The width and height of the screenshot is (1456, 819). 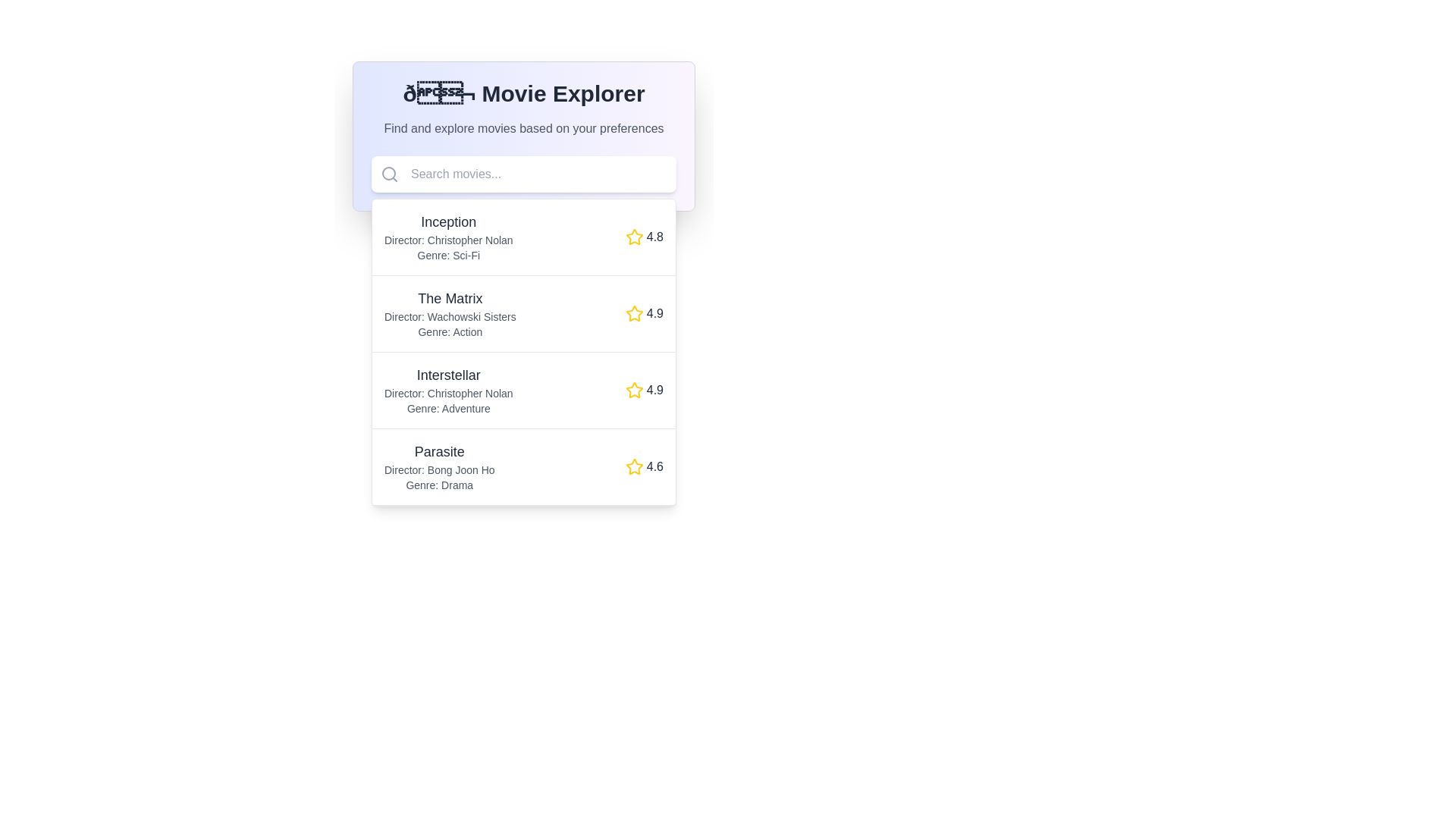 What do you see at coordinates (447, 375) in the screenshot?
I see `the text label identifying the movie 'Interstellar', which is centrally aligned in the third group of movie listings` at bounding box center [447, 375].